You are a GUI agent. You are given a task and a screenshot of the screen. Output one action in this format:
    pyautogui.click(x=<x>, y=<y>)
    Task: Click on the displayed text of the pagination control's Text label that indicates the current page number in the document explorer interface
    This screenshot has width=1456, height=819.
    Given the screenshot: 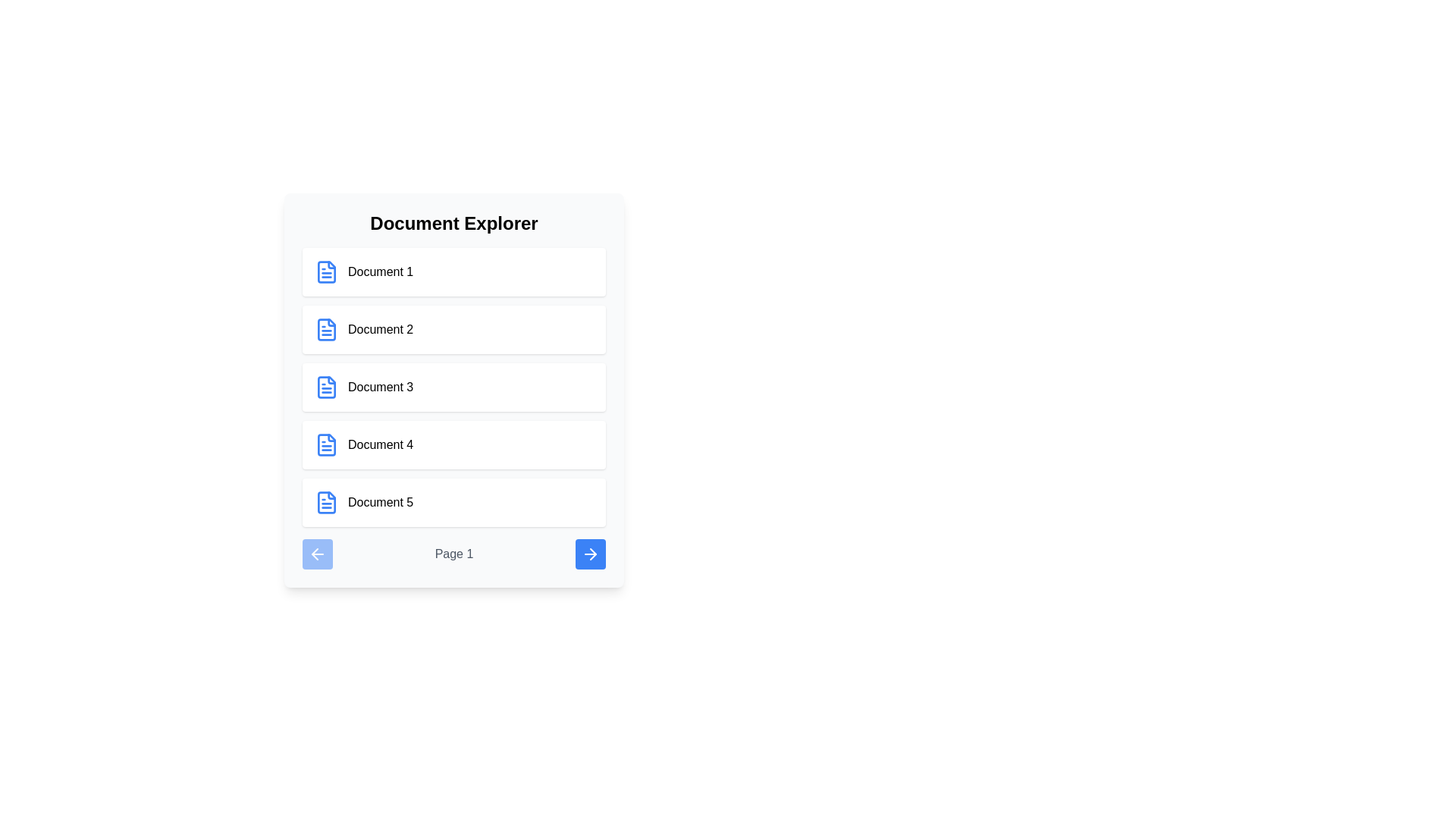 What is the action you would take?
    pyautogui.click(x=453, y=554)
    